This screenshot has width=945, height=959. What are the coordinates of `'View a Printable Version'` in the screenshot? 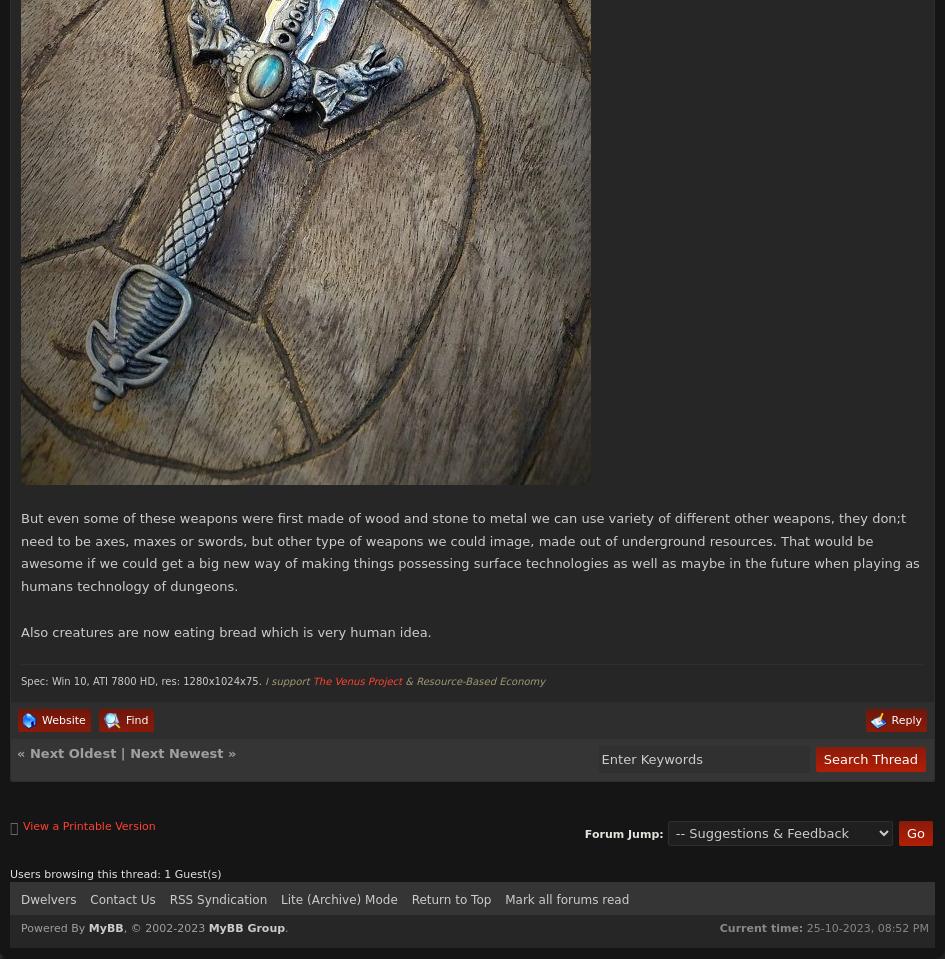 It's located at (88, 824).